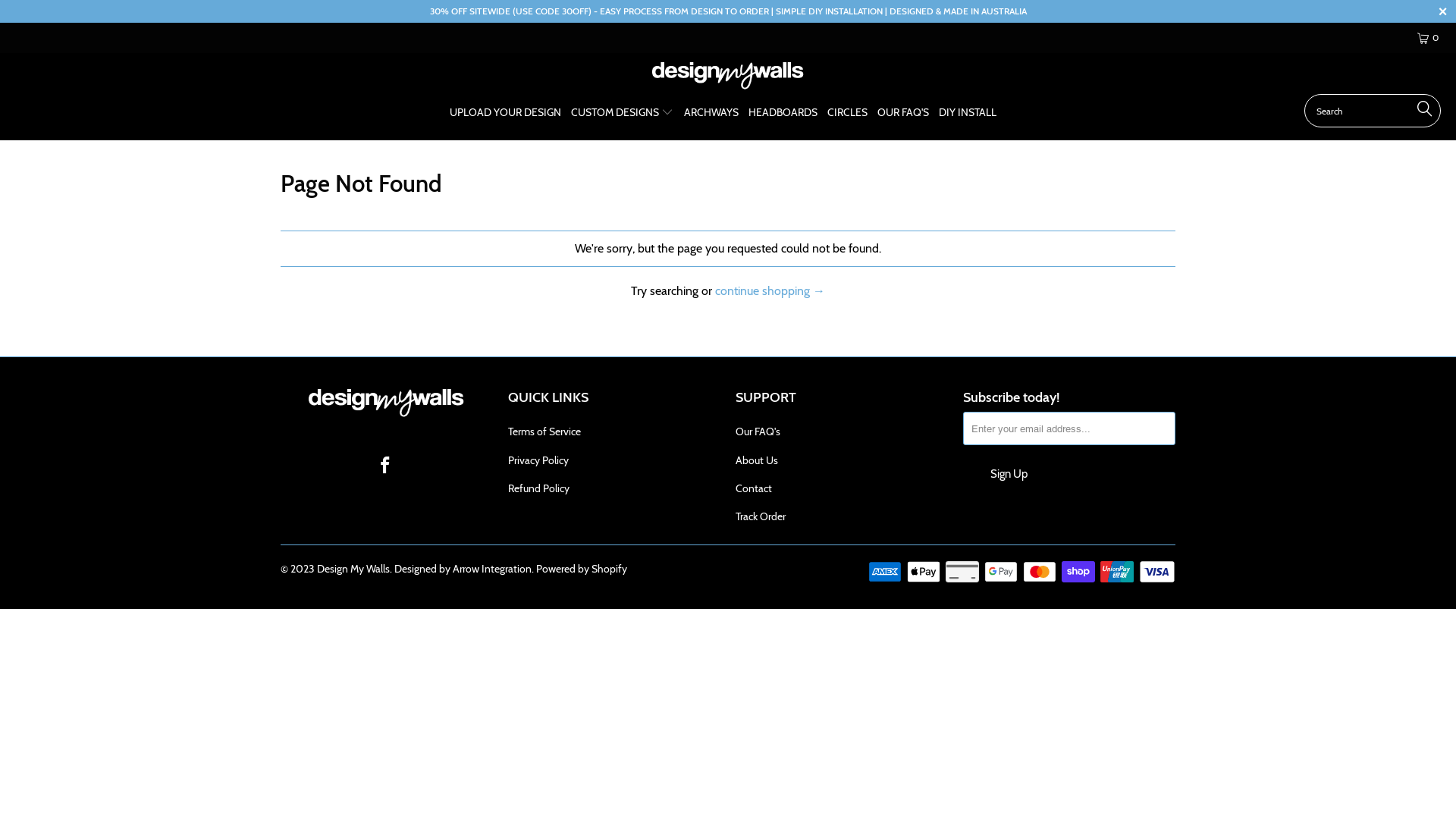 This screenshot has width=1456, height=819. Describe the element at coordinates (938, 112) in the screenshot. I see `'DIY INSTALL'` at that location.